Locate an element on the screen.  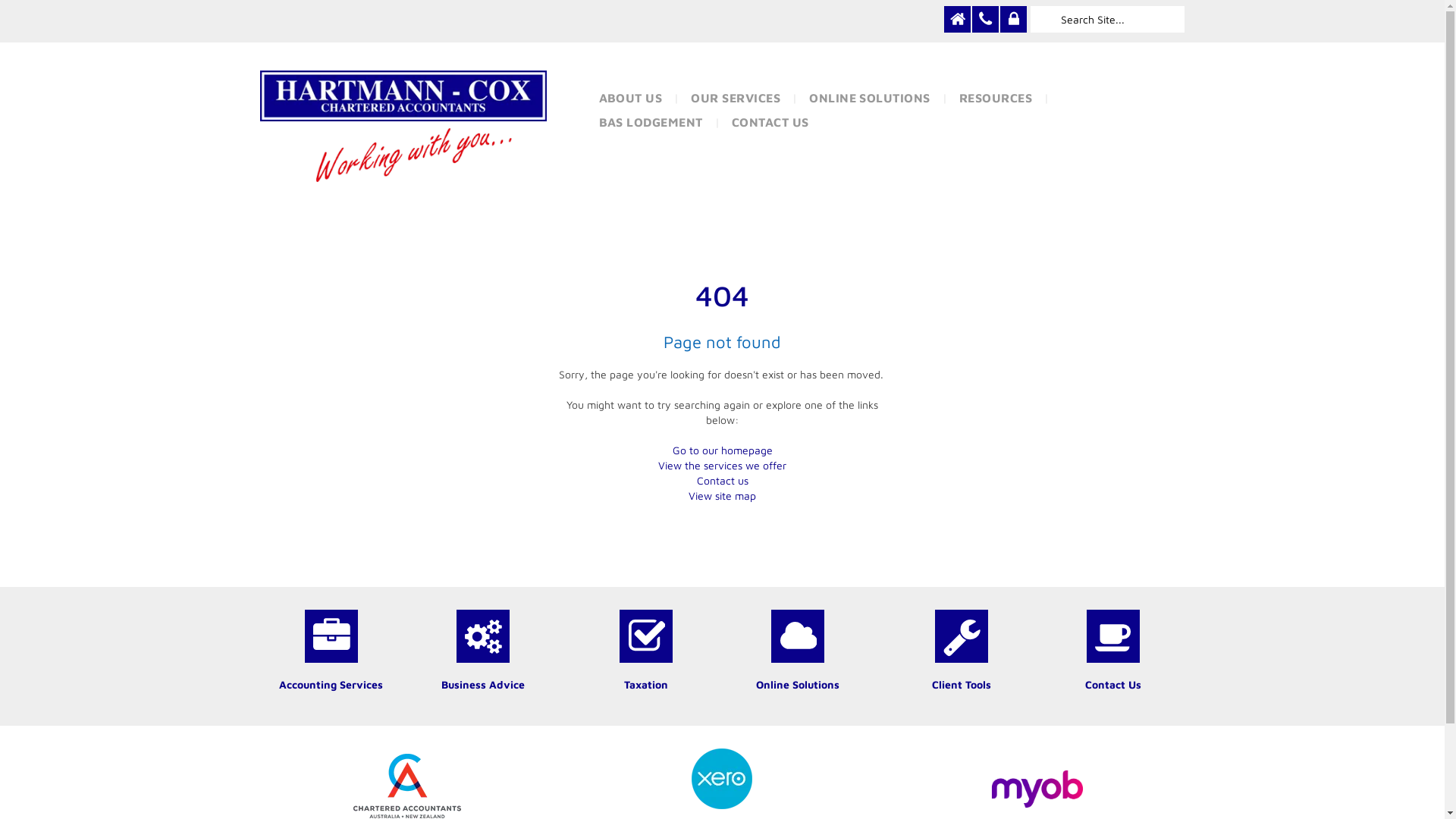
'BAS LODGEMENT' is located at coordinates (650, 121).